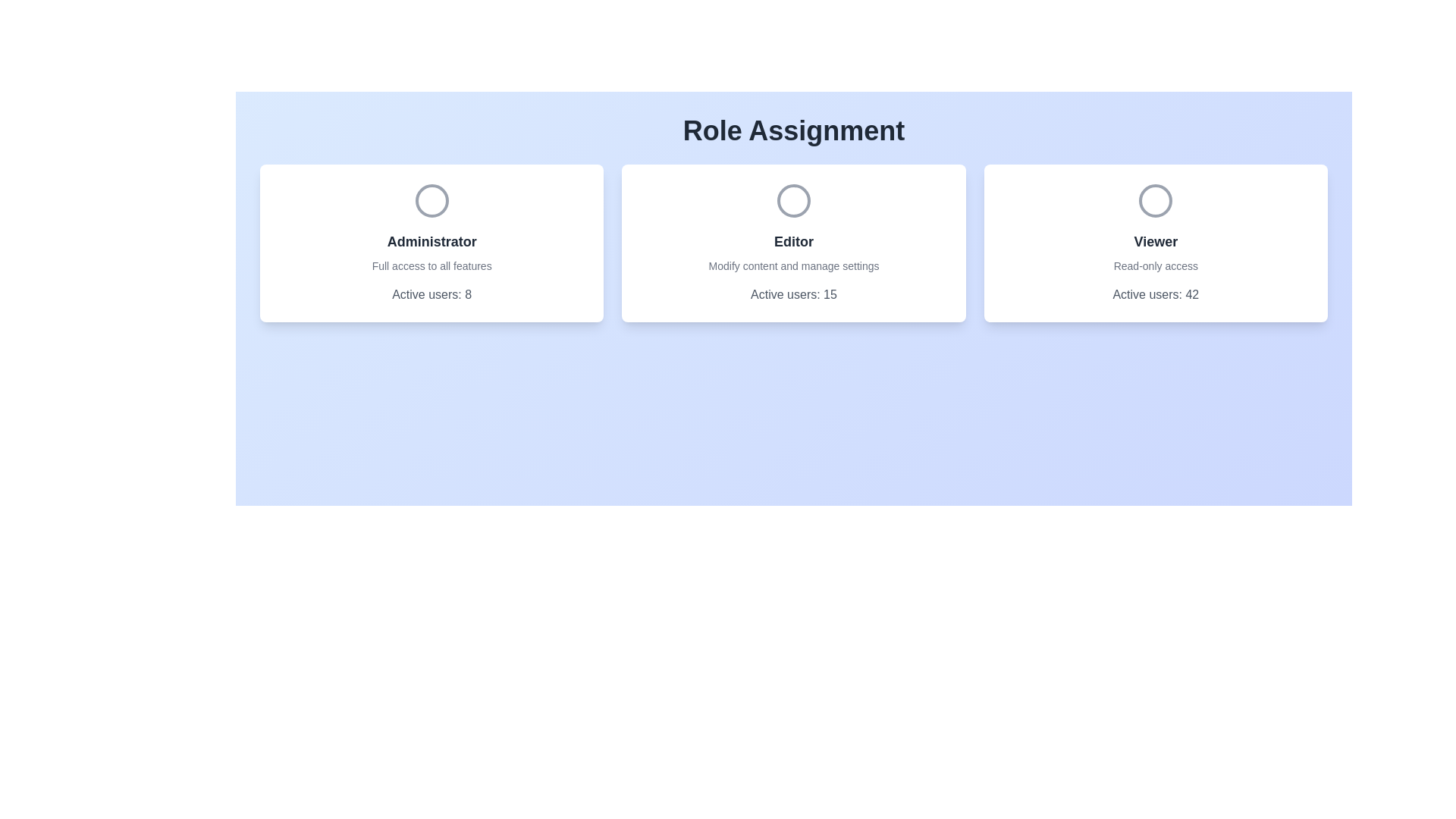  I want to click on the role Viewer by clicking its icon, so click(1155, 200).